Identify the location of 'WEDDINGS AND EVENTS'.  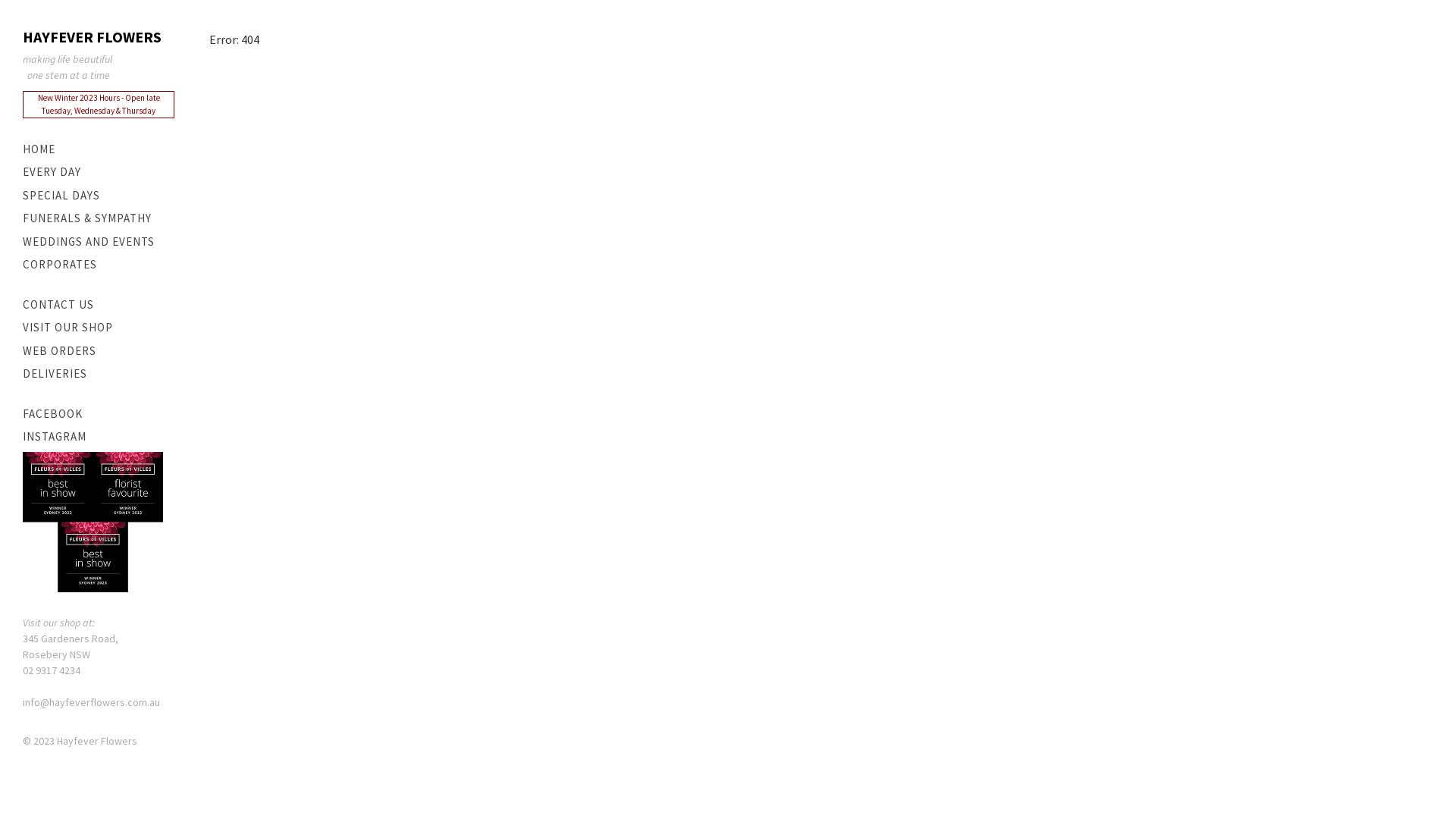
(97, 241).